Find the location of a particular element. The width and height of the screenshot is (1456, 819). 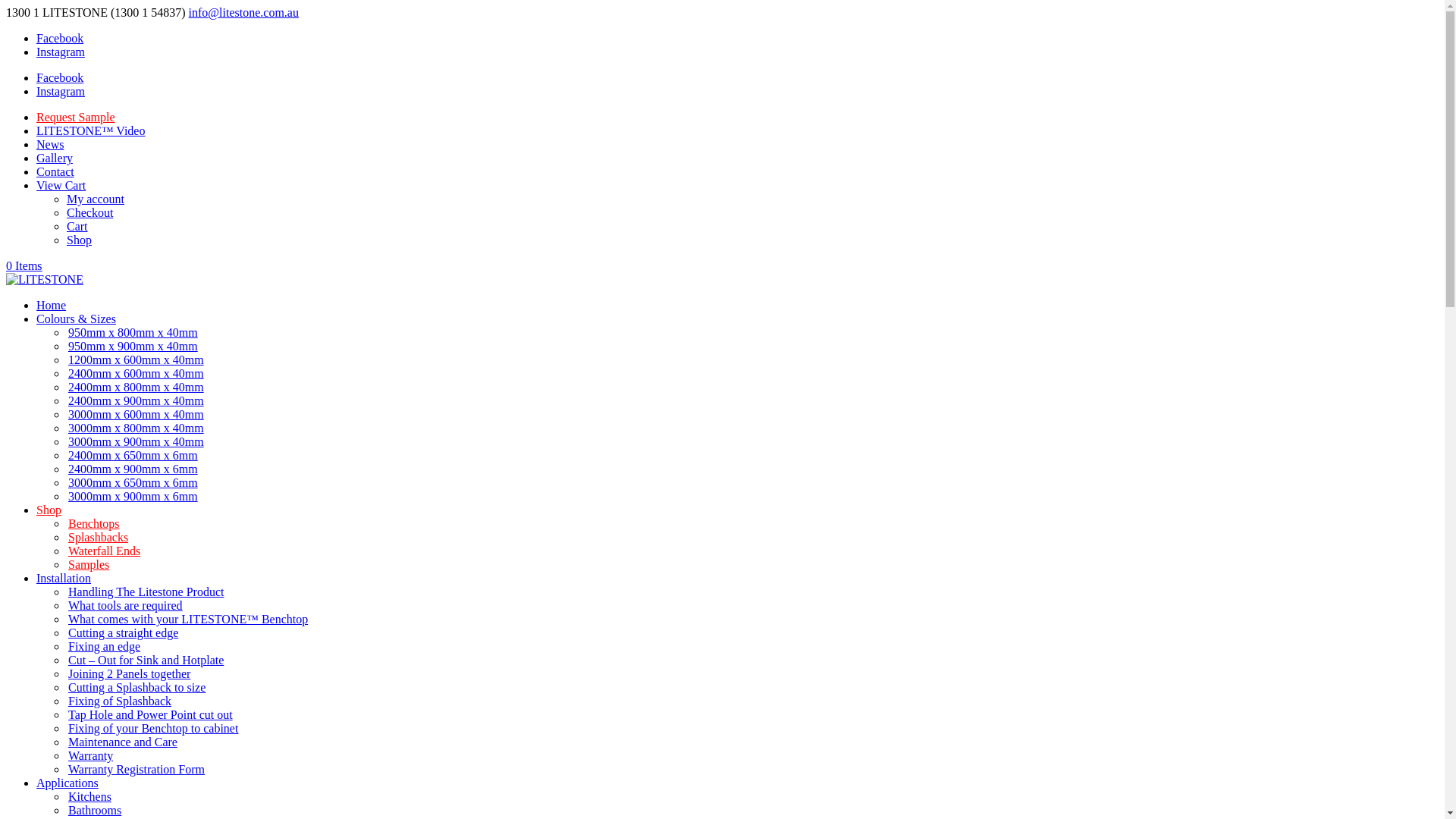

'Gallery' is located at coordinates (55, 158).